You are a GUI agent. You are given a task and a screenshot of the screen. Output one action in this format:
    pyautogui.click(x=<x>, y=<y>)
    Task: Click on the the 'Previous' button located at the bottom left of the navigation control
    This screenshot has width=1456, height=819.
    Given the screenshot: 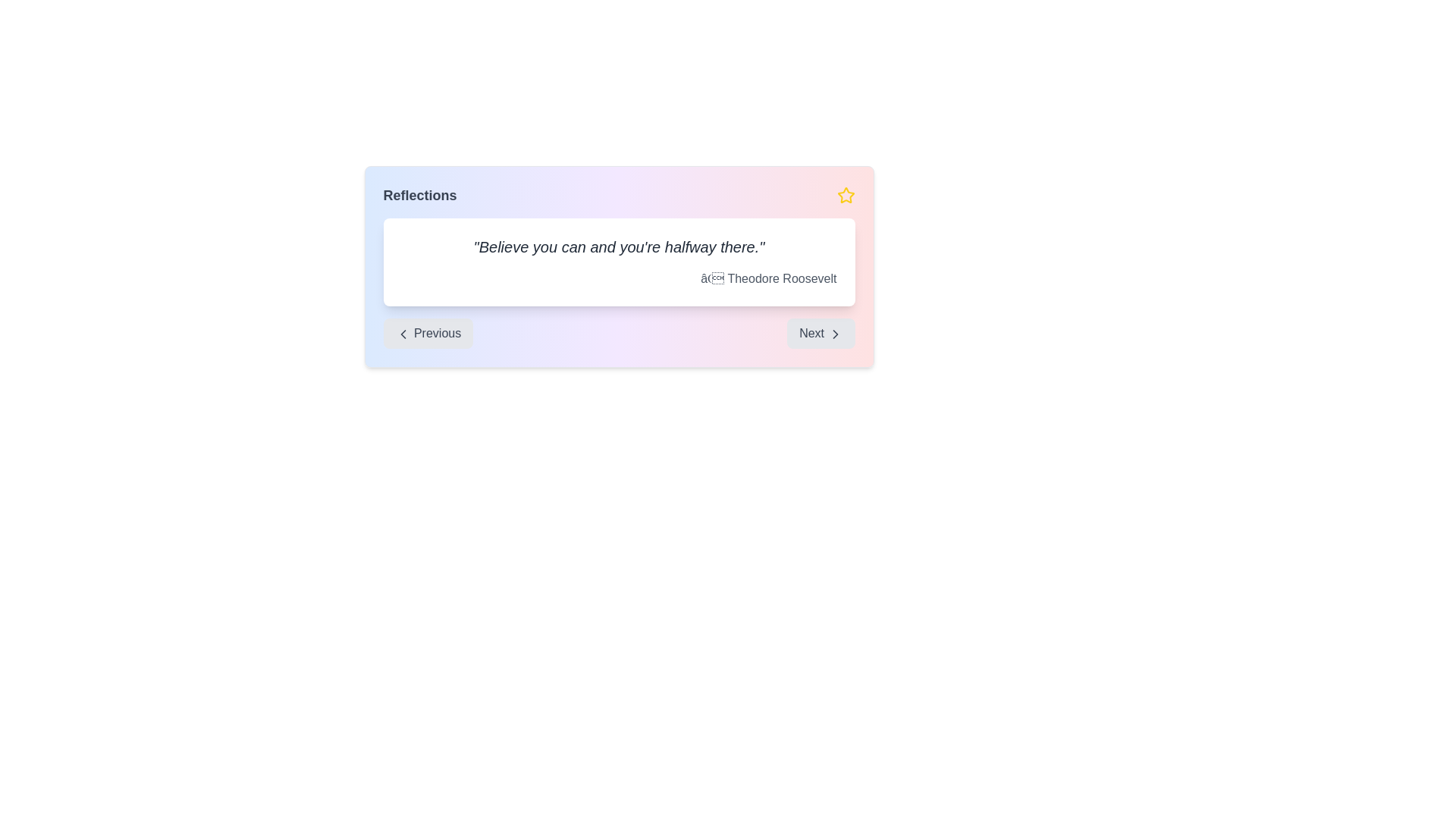 What is the action you would take?
    pyautogui.click(x=427, y=332)
    